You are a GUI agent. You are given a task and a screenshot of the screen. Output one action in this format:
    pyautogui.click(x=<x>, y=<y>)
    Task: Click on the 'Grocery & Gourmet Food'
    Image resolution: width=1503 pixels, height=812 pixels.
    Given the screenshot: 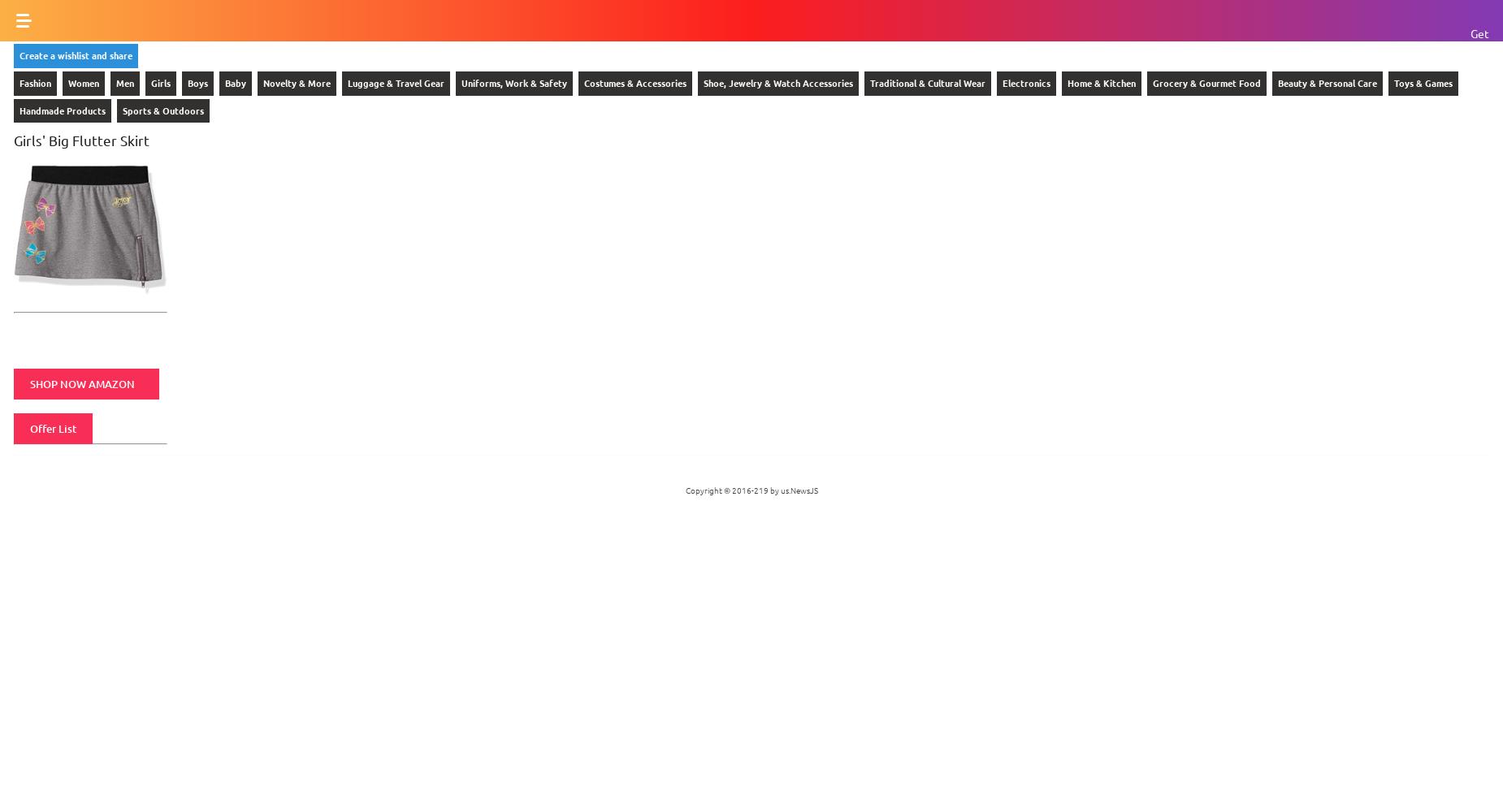 What is the action you would take?
    pyautogui.click(x=1206, y=81)
    